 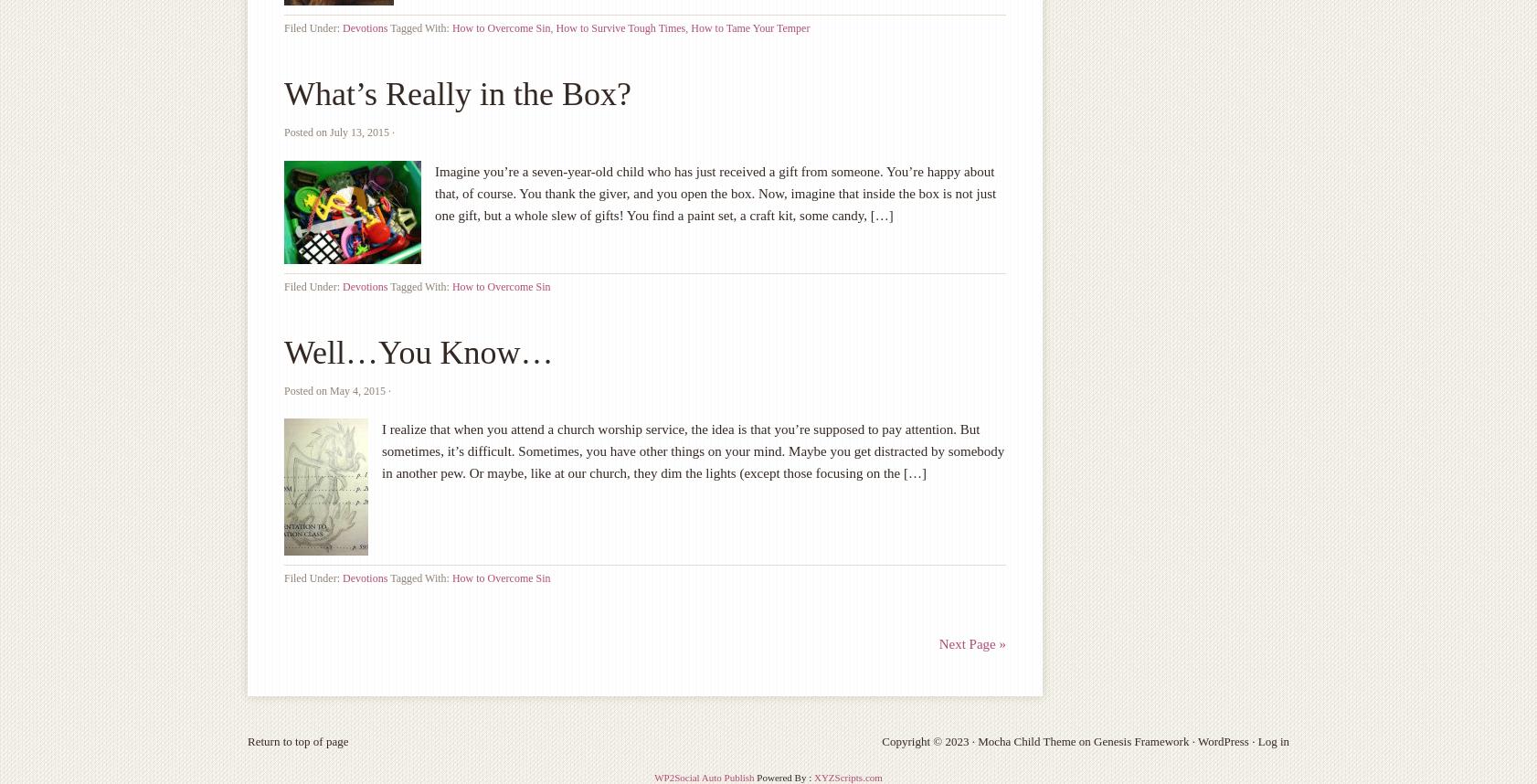 I want to click on 'Powered By :', so click(x=782, y=776).